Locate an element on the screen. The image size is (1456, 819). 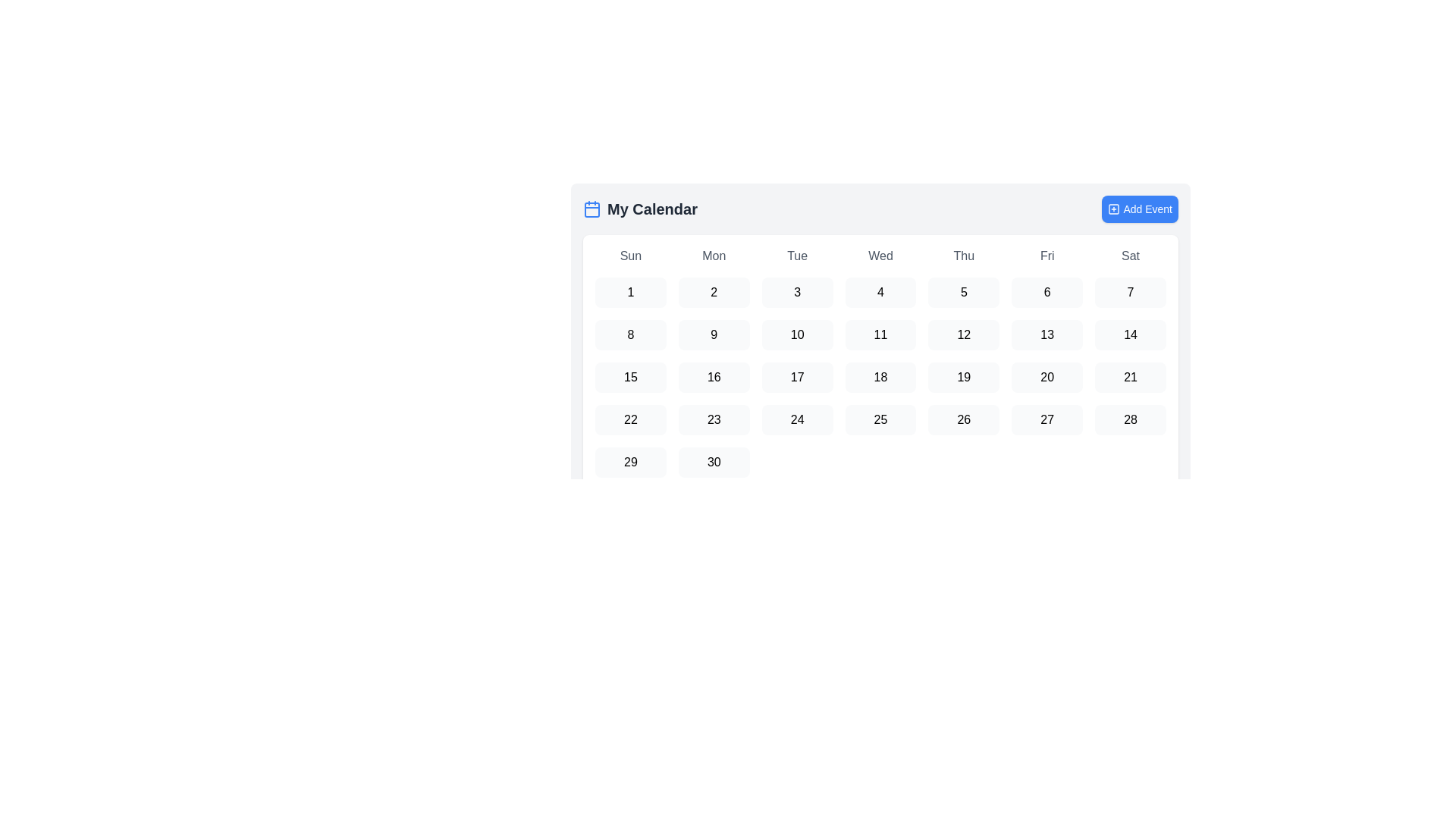
the first calendar date cell displaying the number '1' is located at coordinates (630, 292).